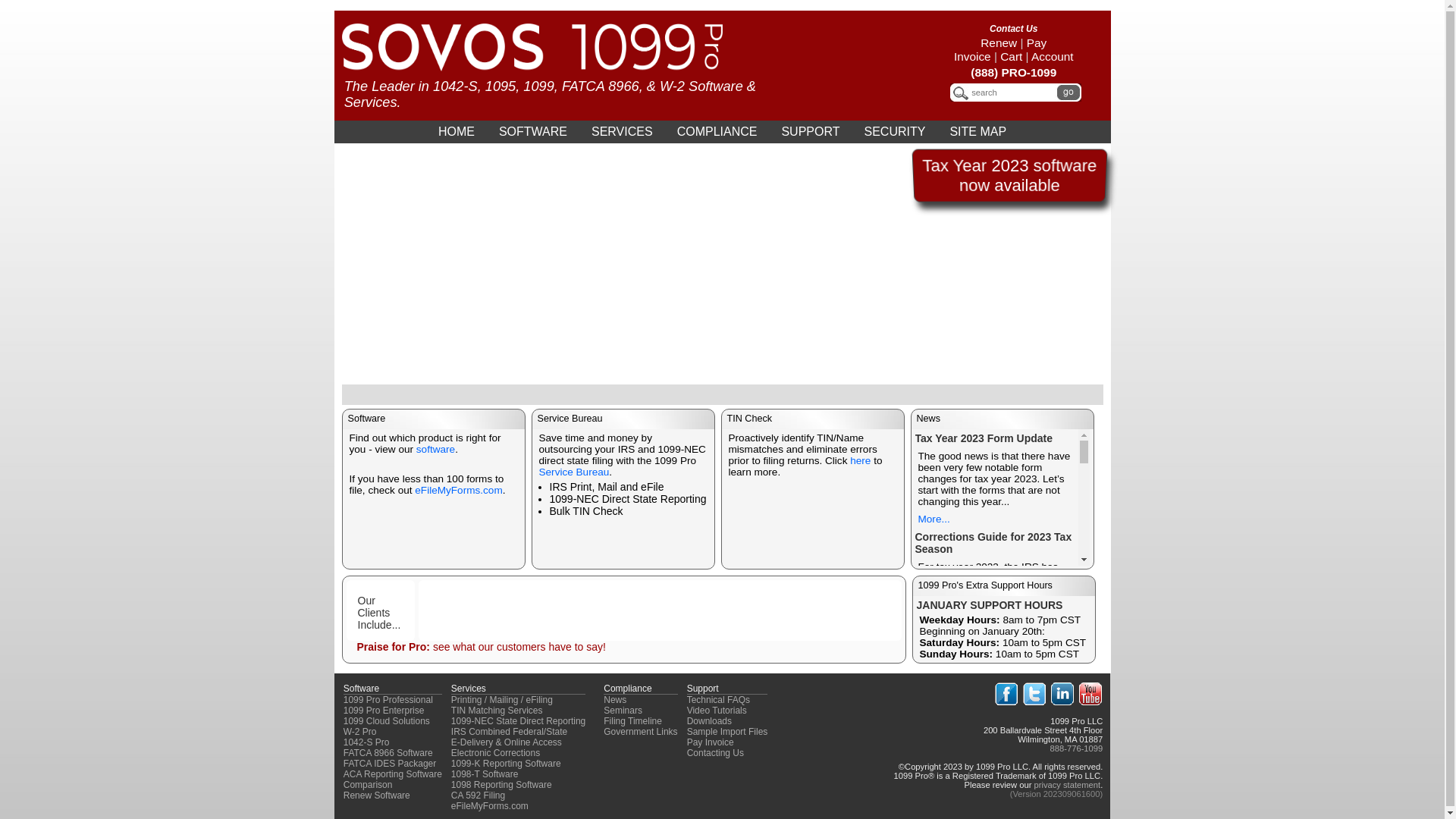 This screenshot has height=819, width=1456. I want to click on 'Compliance', so click(627, 688).